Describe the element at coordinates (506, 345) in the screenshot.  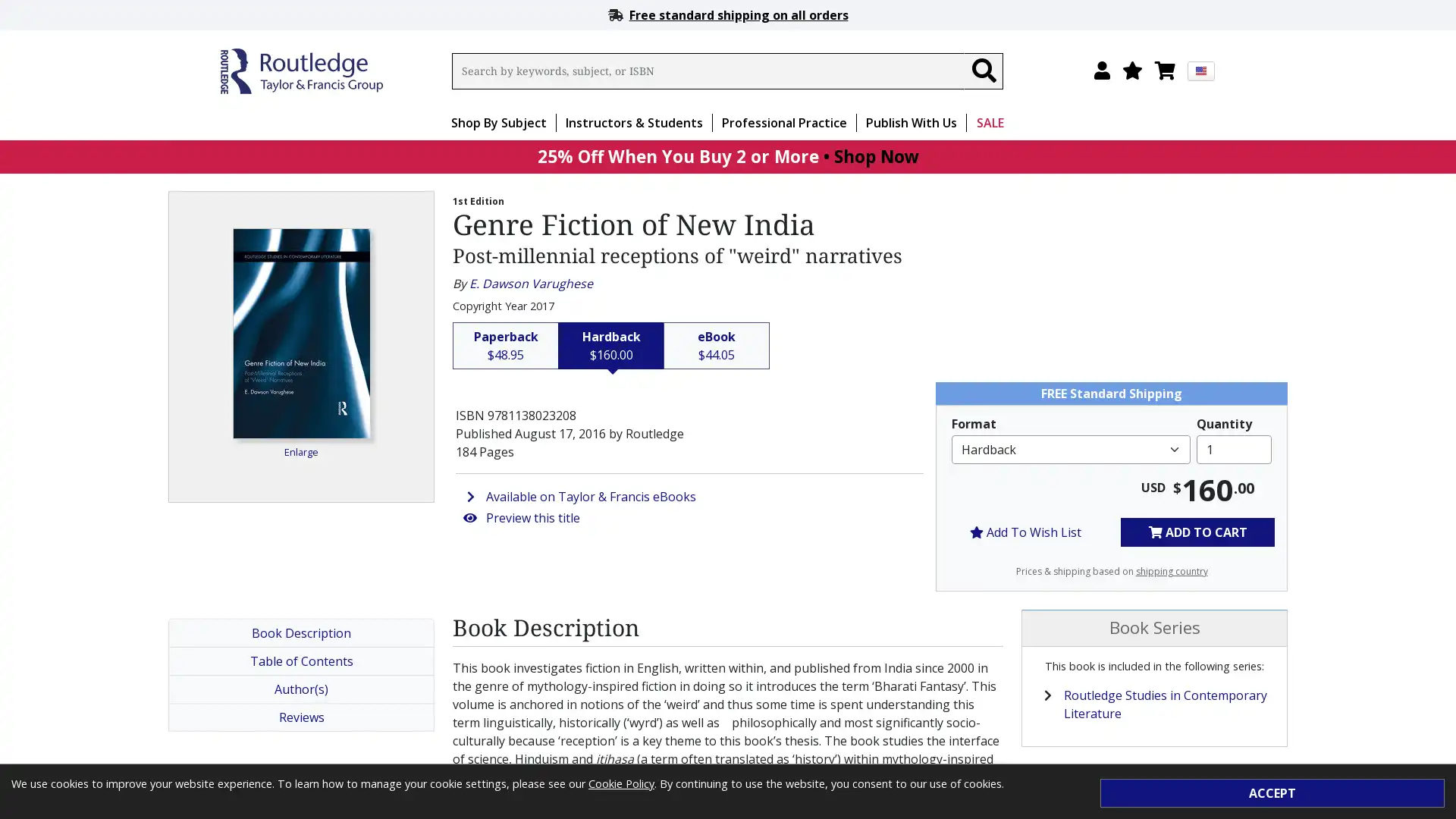
I see `Paperback $48.95` at that location.